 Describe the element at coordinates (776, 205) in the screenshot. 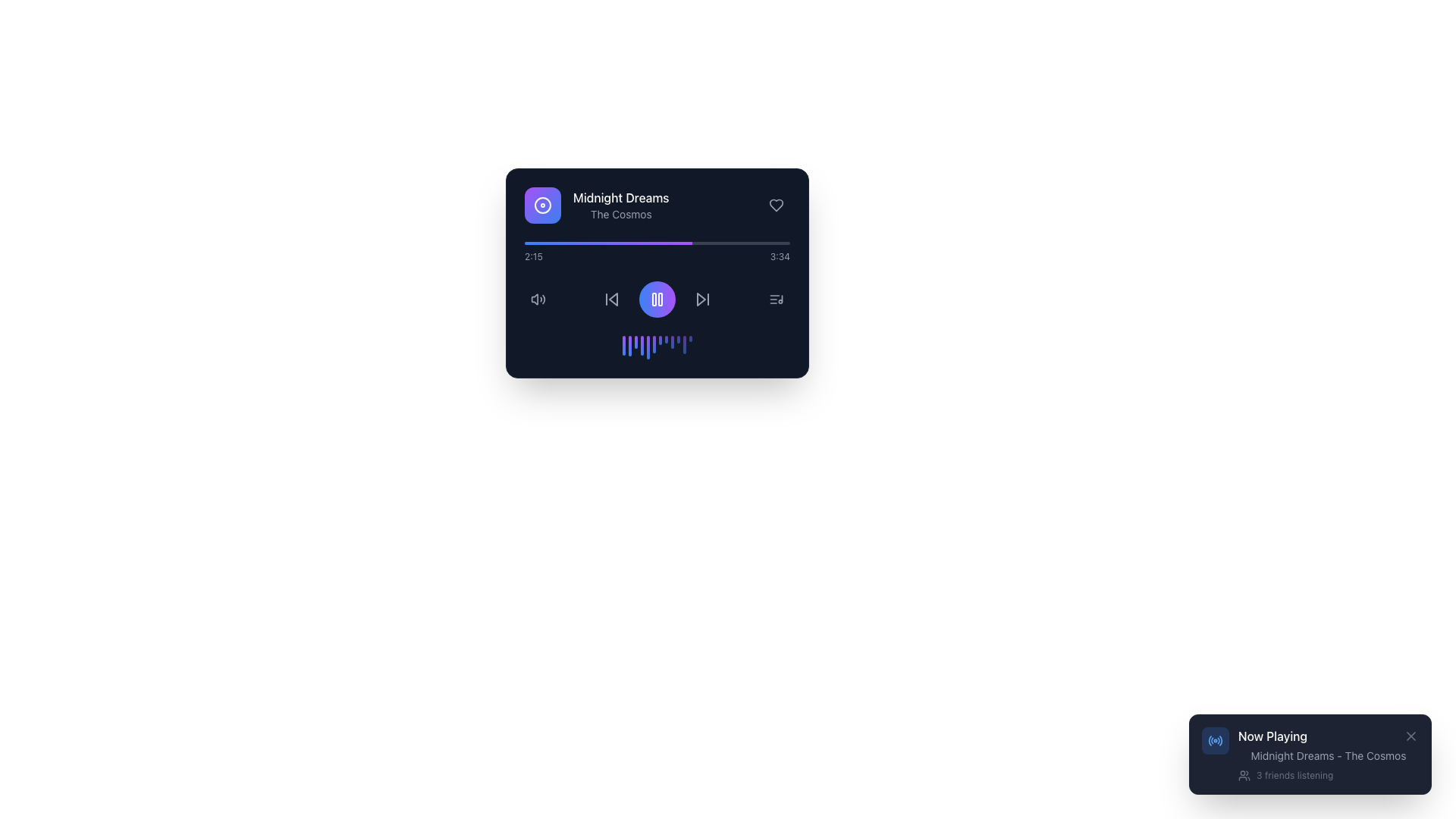

I see `the heart icon in the top-right corner of the music playback control interface` at that location.